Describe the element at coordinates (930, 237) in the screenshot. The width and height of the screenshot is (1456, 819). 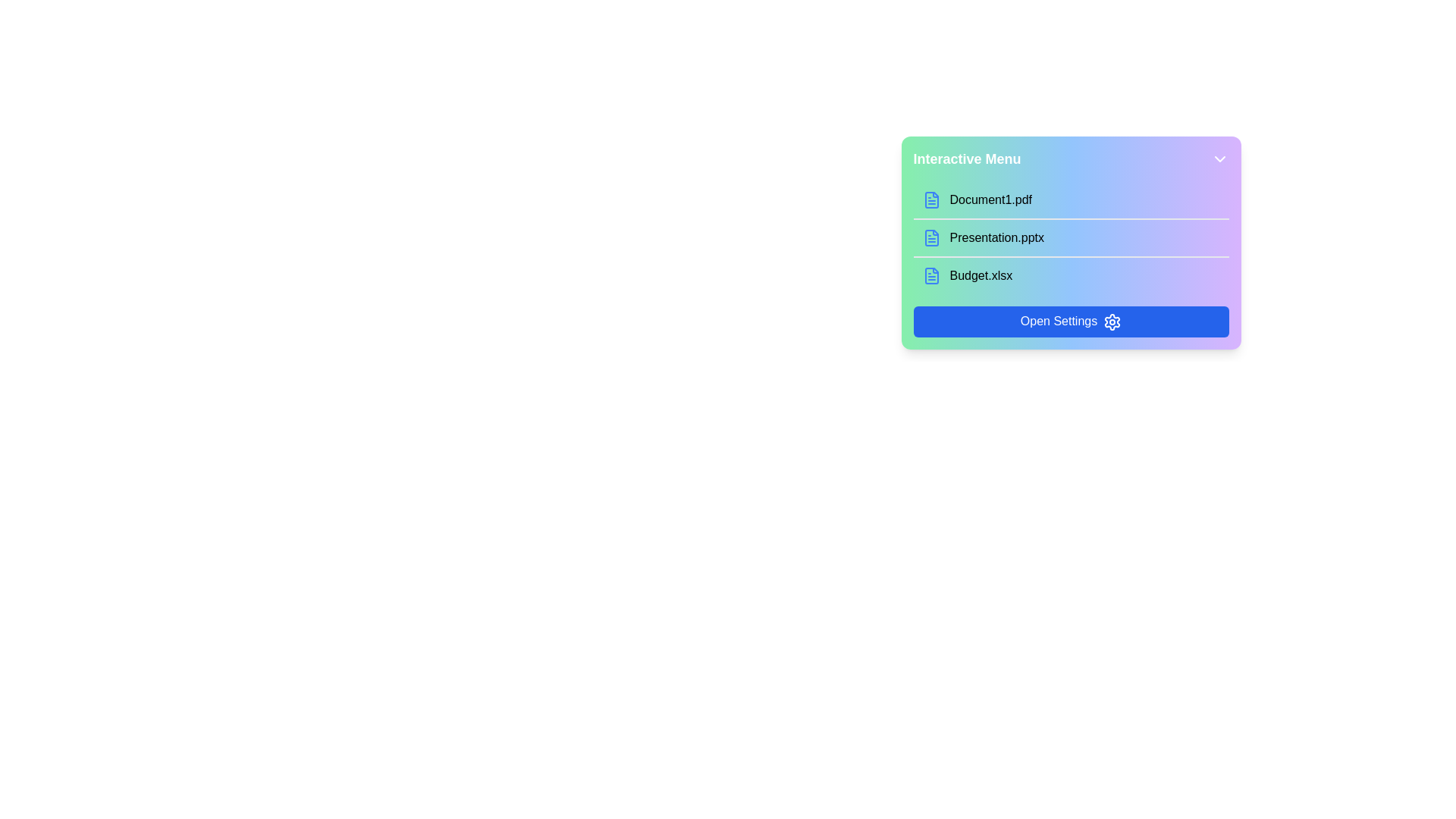
I see `the small blue document-like icon representing 'Presentation.pptx' located to the left of the text in the second list item of the 'Interactive Menu'` at that location.